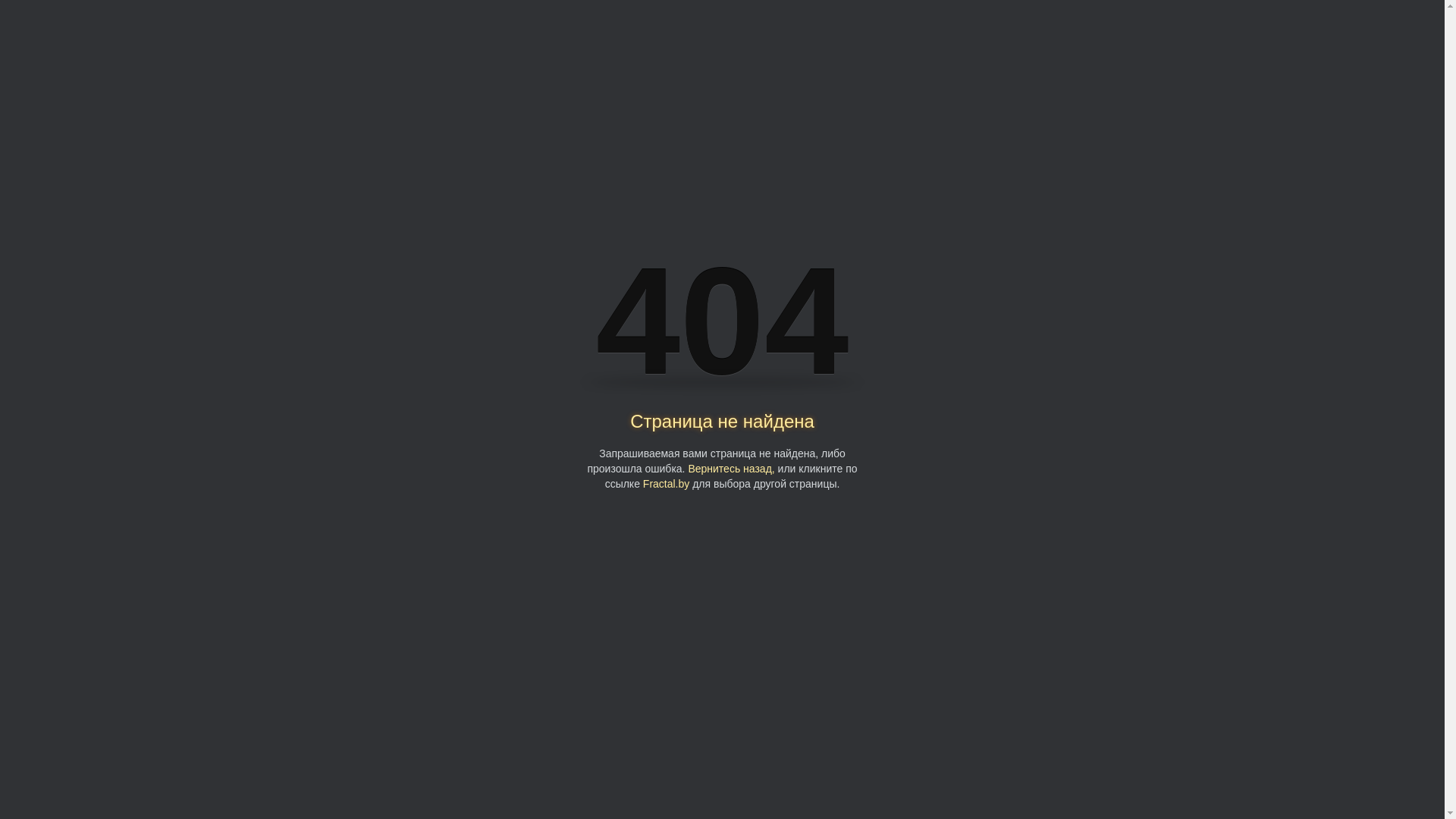  What do you see at coordinates (666, 483) in the screenshot?
I see `'Fractal.by'` at bounding box center [666, 483].